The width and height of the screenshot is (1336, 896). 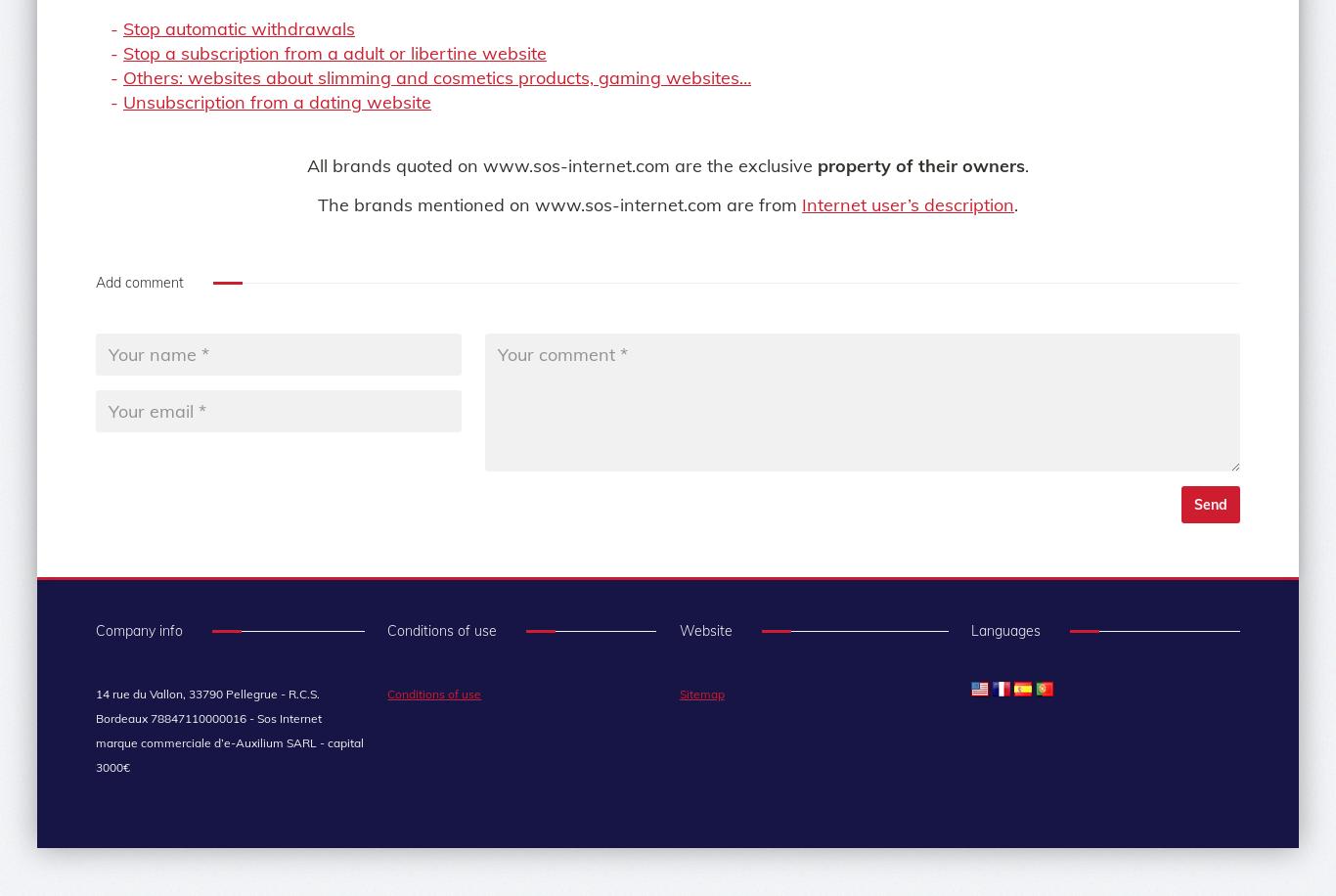 What do you see at coordinates (138, 629) in the screenshot?
I see `'Company info'` at bounding box center [138, 629].